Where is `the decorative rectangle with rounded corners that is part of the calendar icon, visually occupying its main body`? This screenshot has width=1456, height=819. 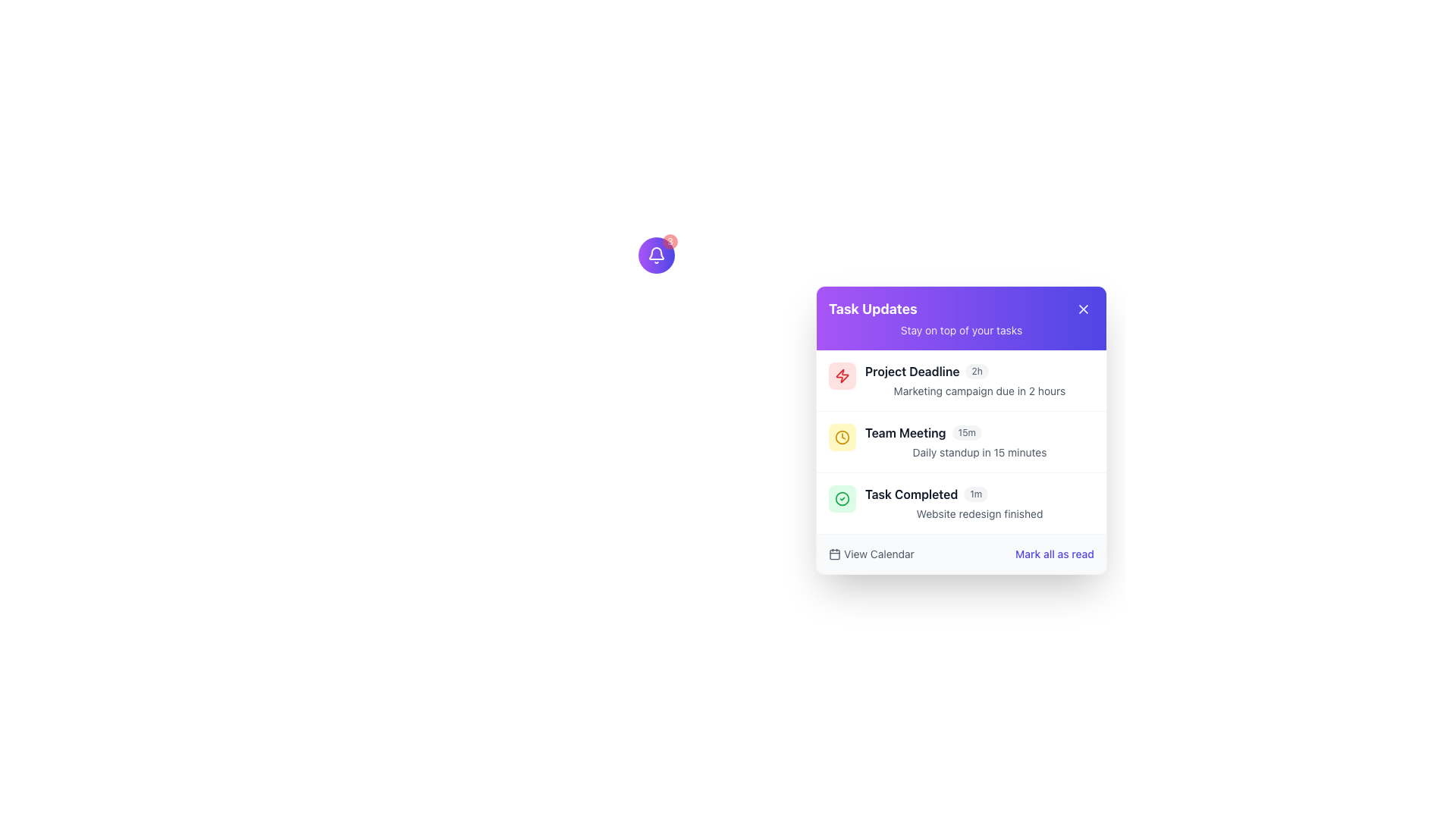 the decorative rectangle with rounded corners that is part of the calendar icon, visually occupying its main body is located at coordinates (833, 554).